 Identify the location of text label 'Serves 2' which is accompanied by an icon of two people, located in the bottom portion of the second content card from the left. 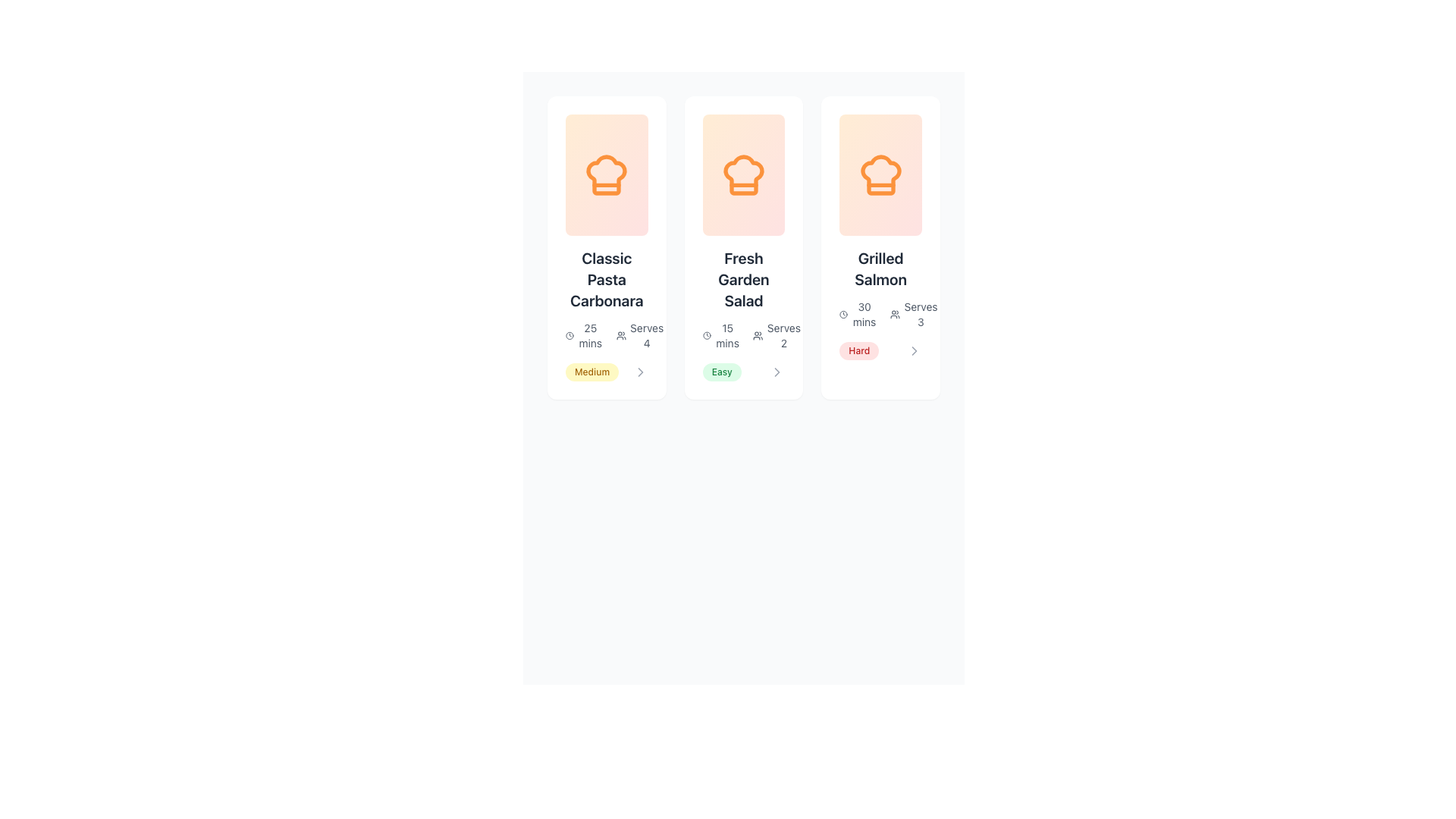
(777, 335).